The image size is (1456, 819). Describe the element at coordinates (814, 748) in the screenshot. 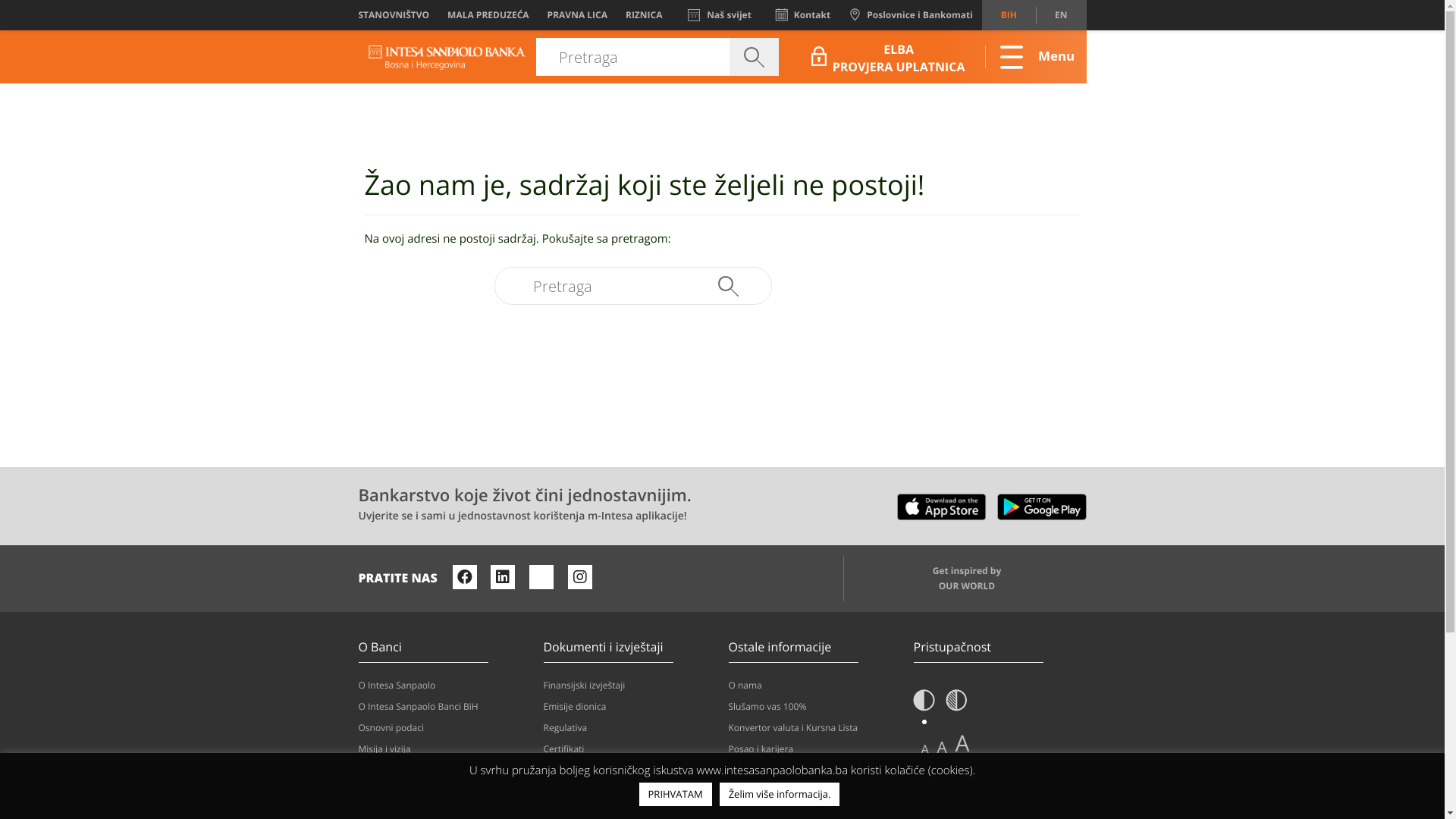

I see `'Posao i karijera'` at that location.